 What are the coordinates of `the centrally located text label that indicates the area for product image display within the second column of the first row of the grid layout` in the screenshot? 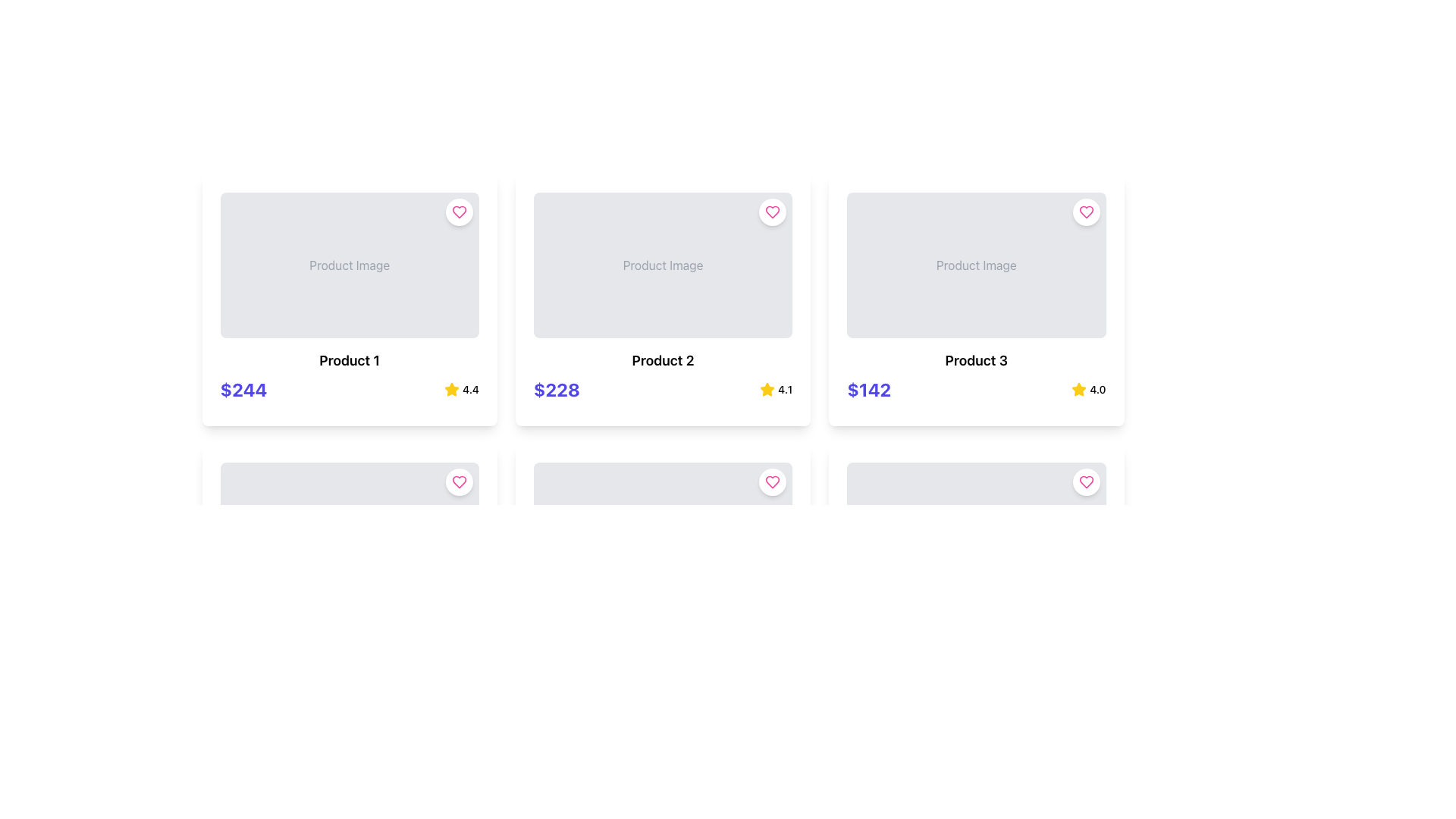 It's located at (663, 265).